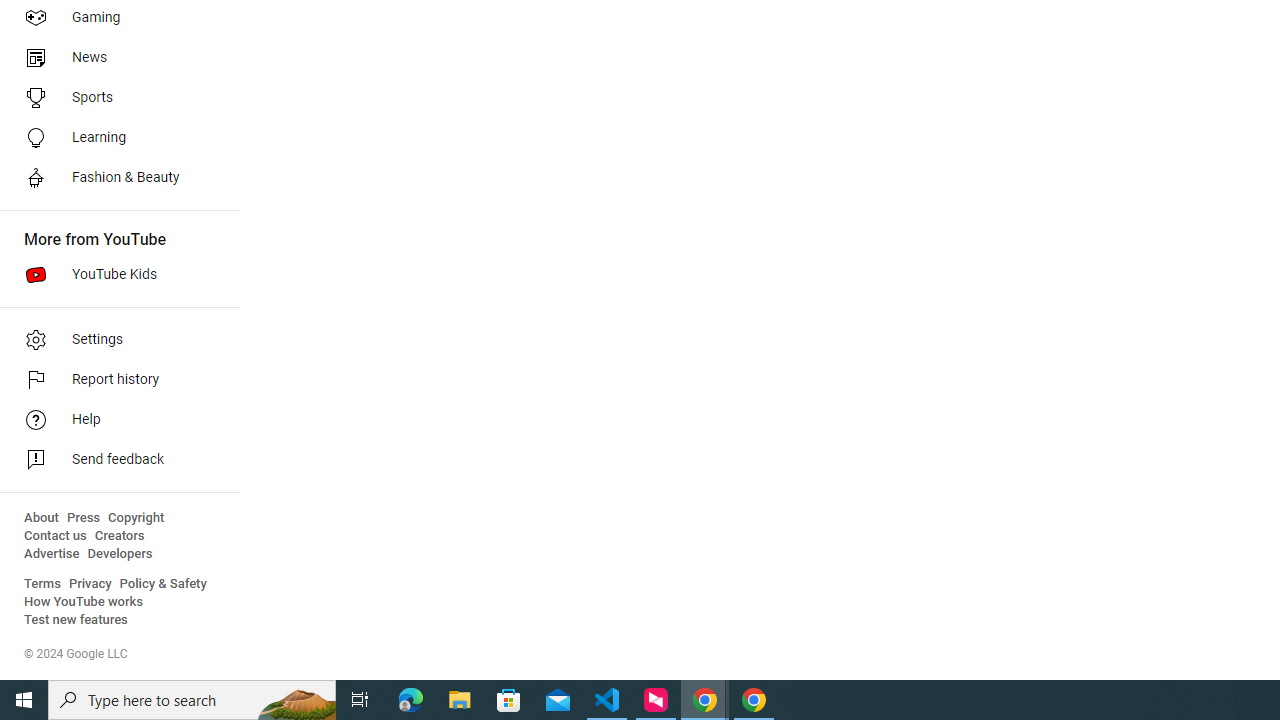 Image resolution: width=1280 pixels, height=720 pixels. What do you see at coordinates (119, 554) in the screenshot?
I see `'Developers'` at bounding box center [119, 554].